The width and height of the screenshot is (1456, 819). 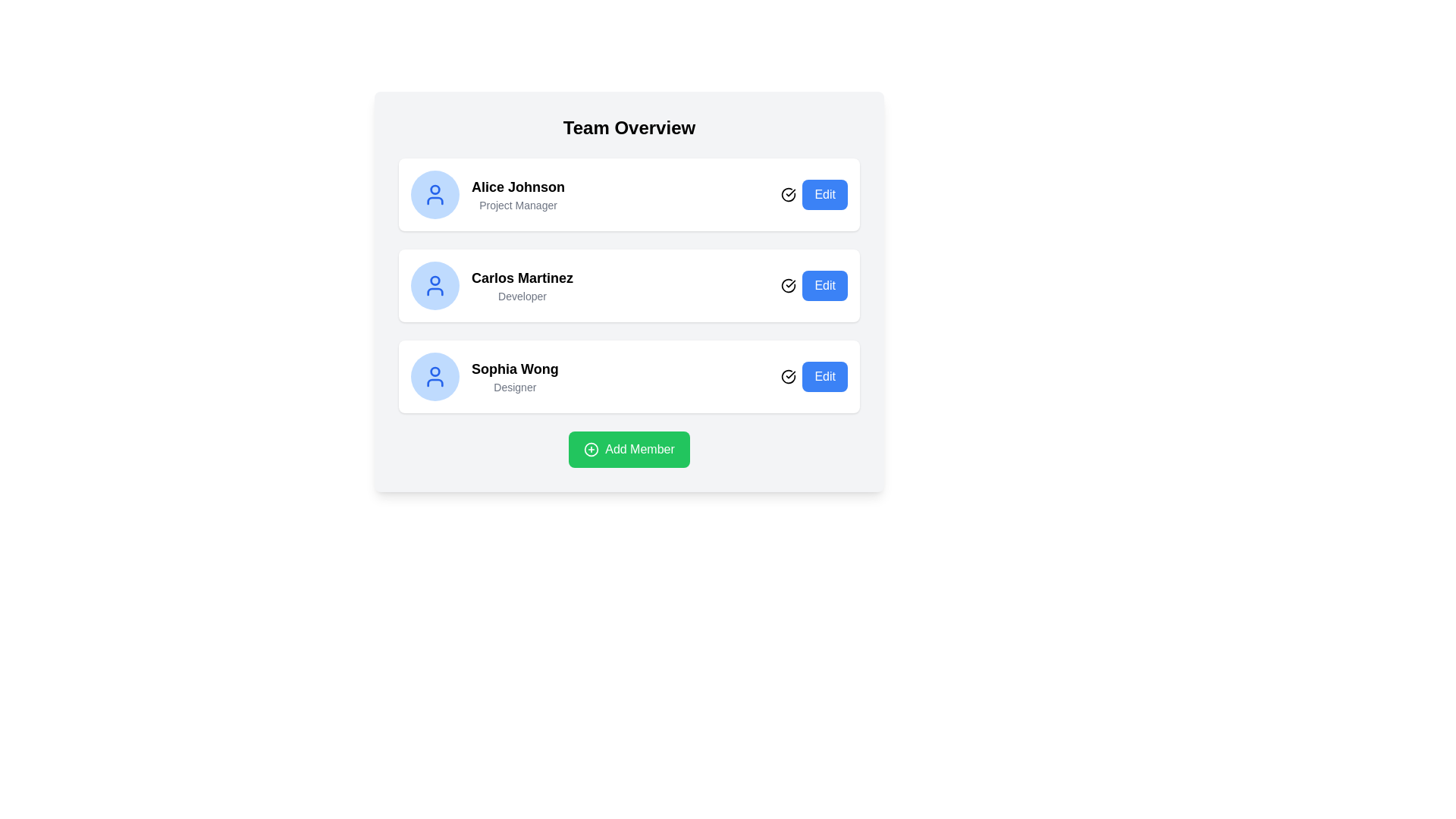 I want to click on the text block containing 'Carlos Martinez' in bold, located centrally in the second card of the user card list, above 'Sophia Wong Designer' and below 'Alice Johnson Project Manager', so click(x=522, y=286).